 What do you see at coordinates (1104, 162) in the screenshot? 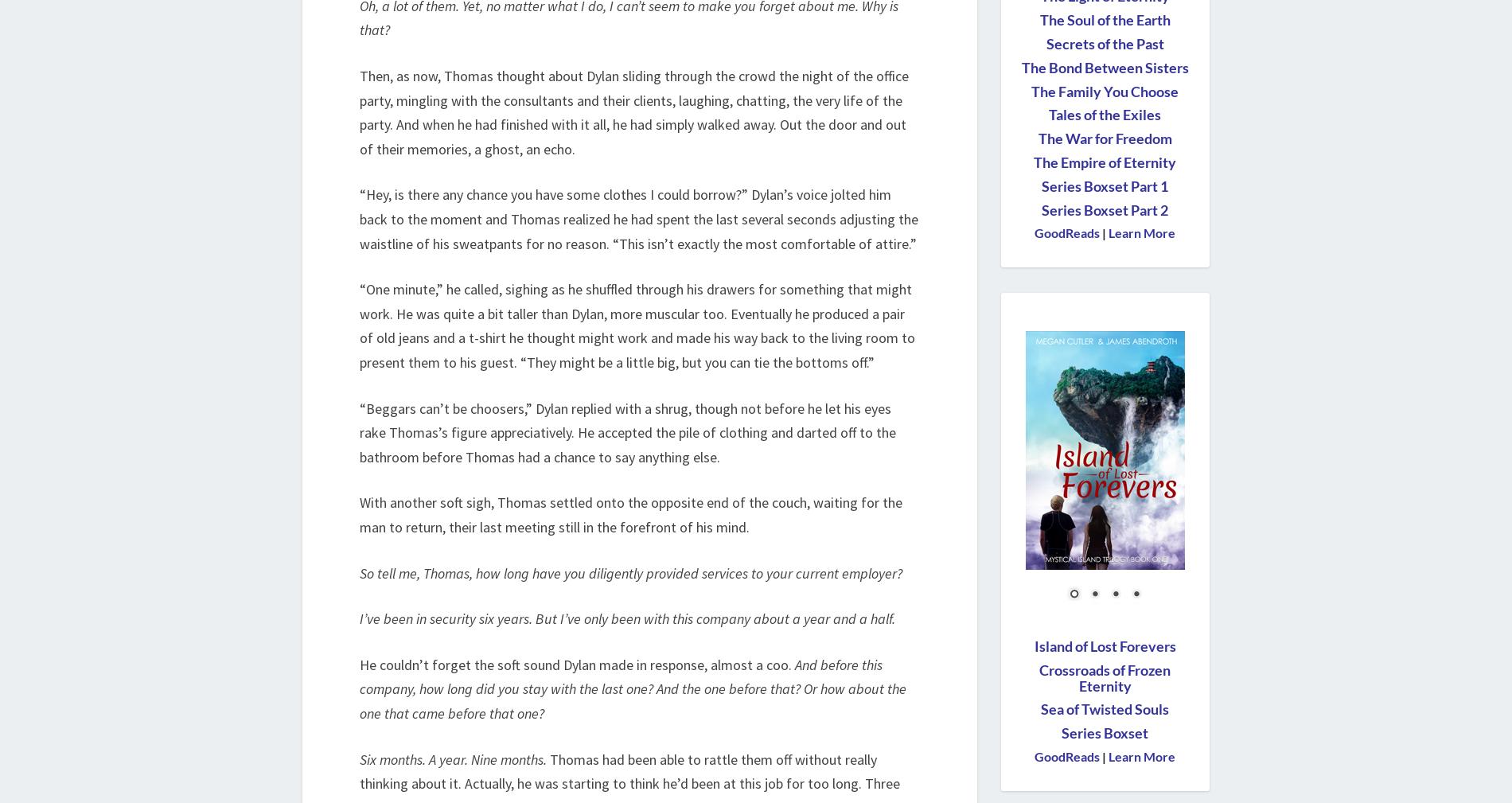
I see `'The Empire of Eternity'` at bounding box center [1104, 162].